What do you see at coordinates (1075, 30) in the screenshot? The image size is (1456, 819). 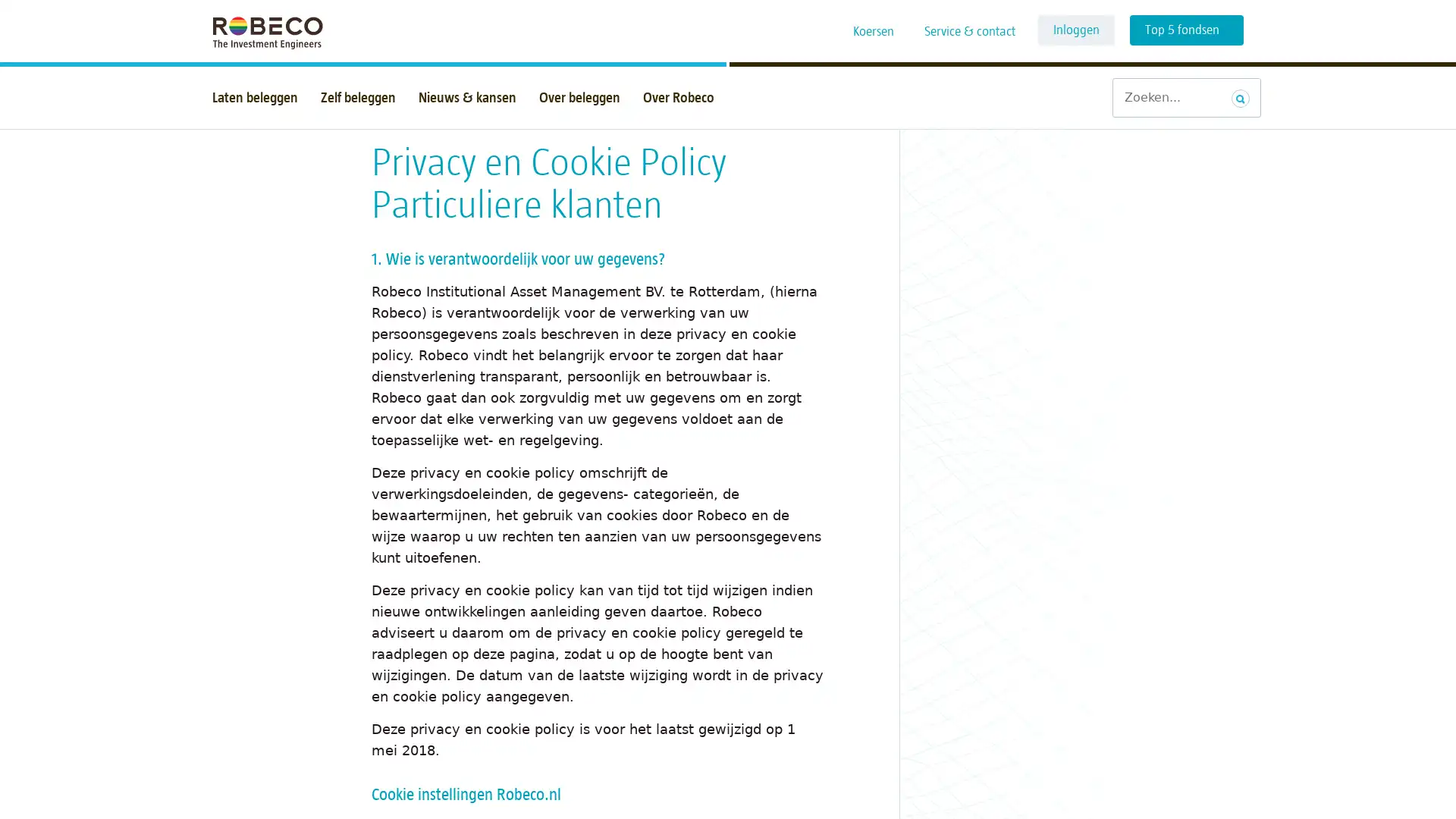 I see `Inloggen` at bounding box center [1075, 30].